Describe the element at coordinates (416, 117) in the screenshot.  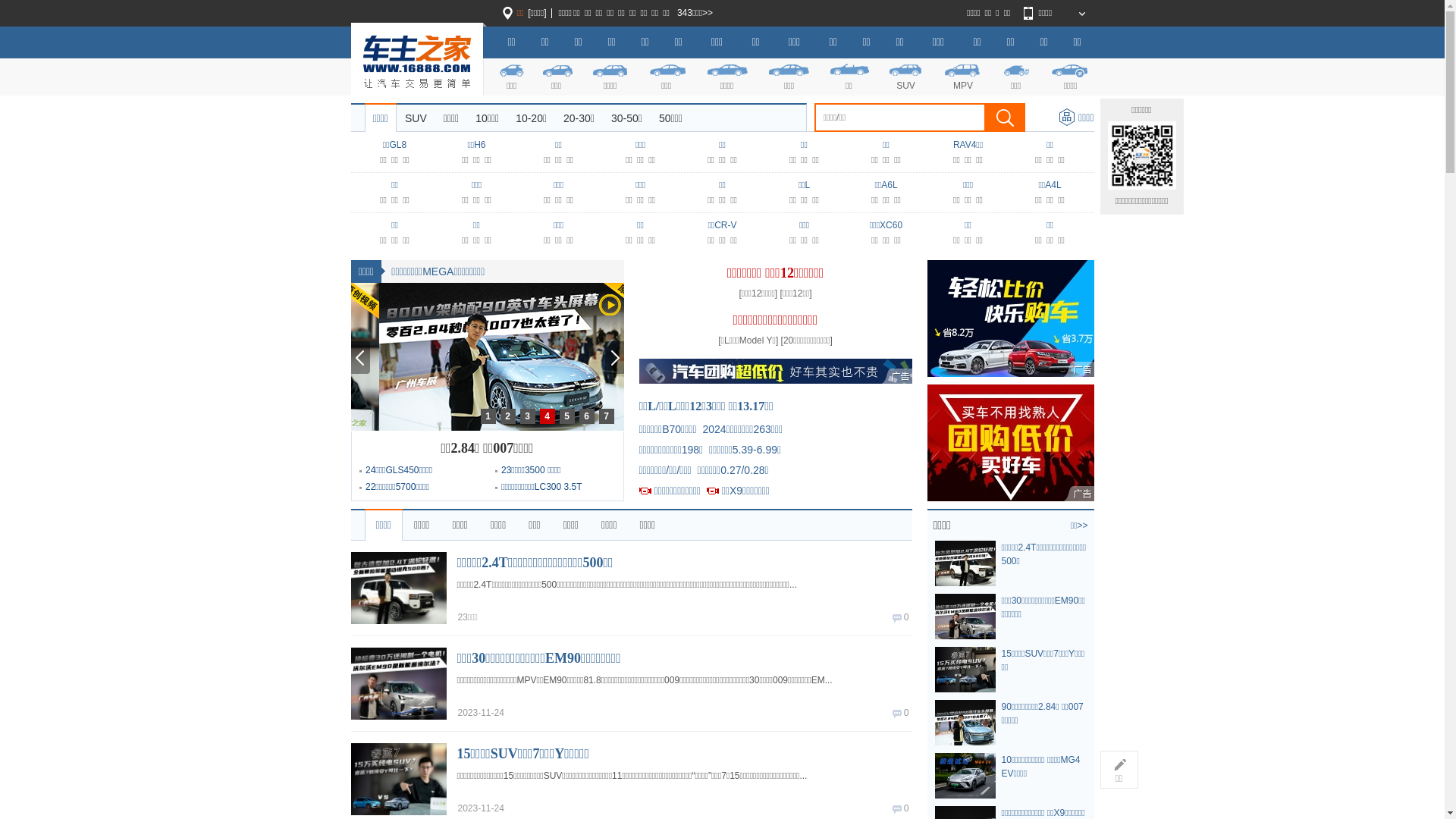
I see `'SUV'` at that location.